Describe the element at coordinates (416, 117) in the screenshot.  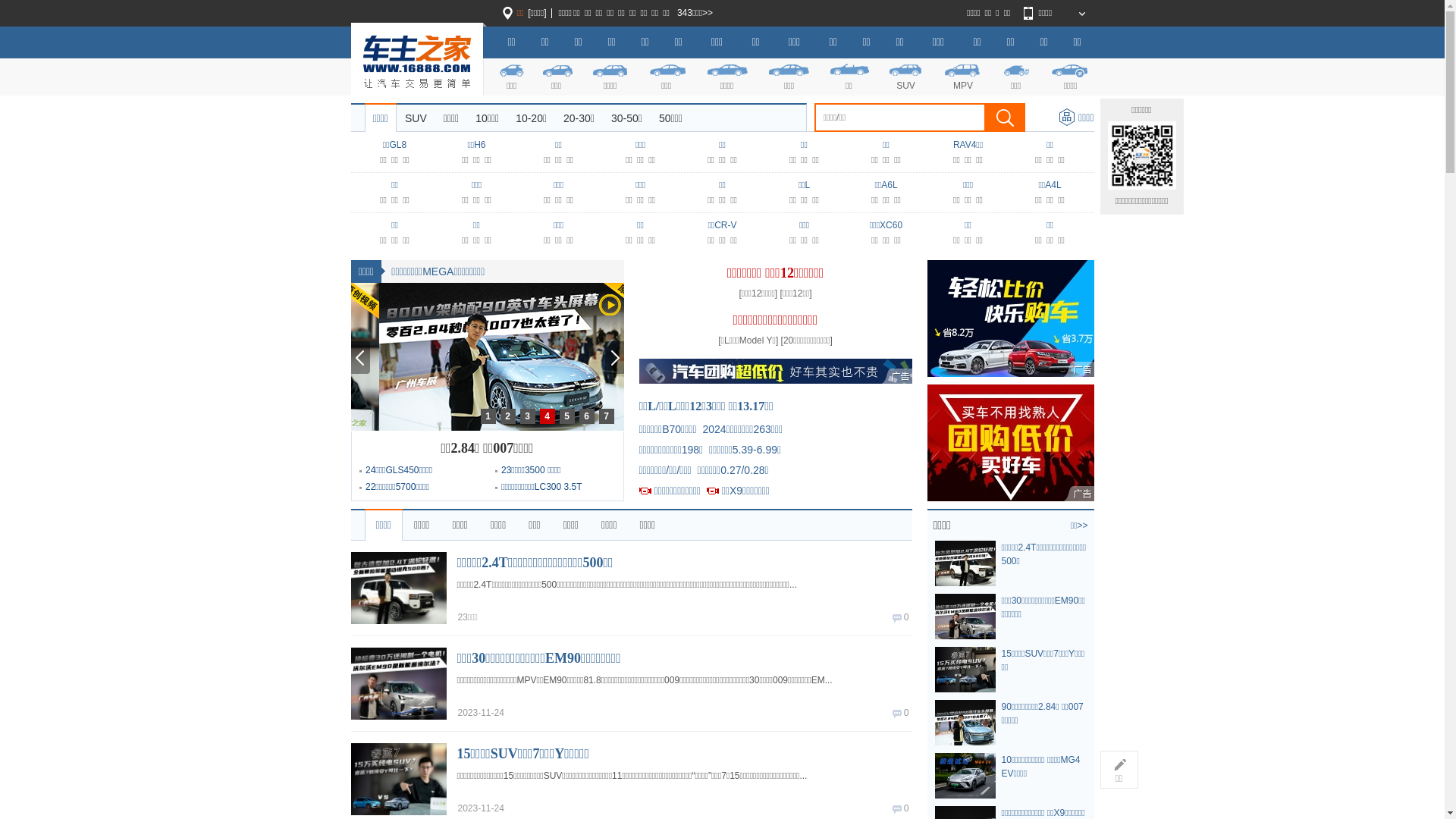
I see `'SUV'` at that location.